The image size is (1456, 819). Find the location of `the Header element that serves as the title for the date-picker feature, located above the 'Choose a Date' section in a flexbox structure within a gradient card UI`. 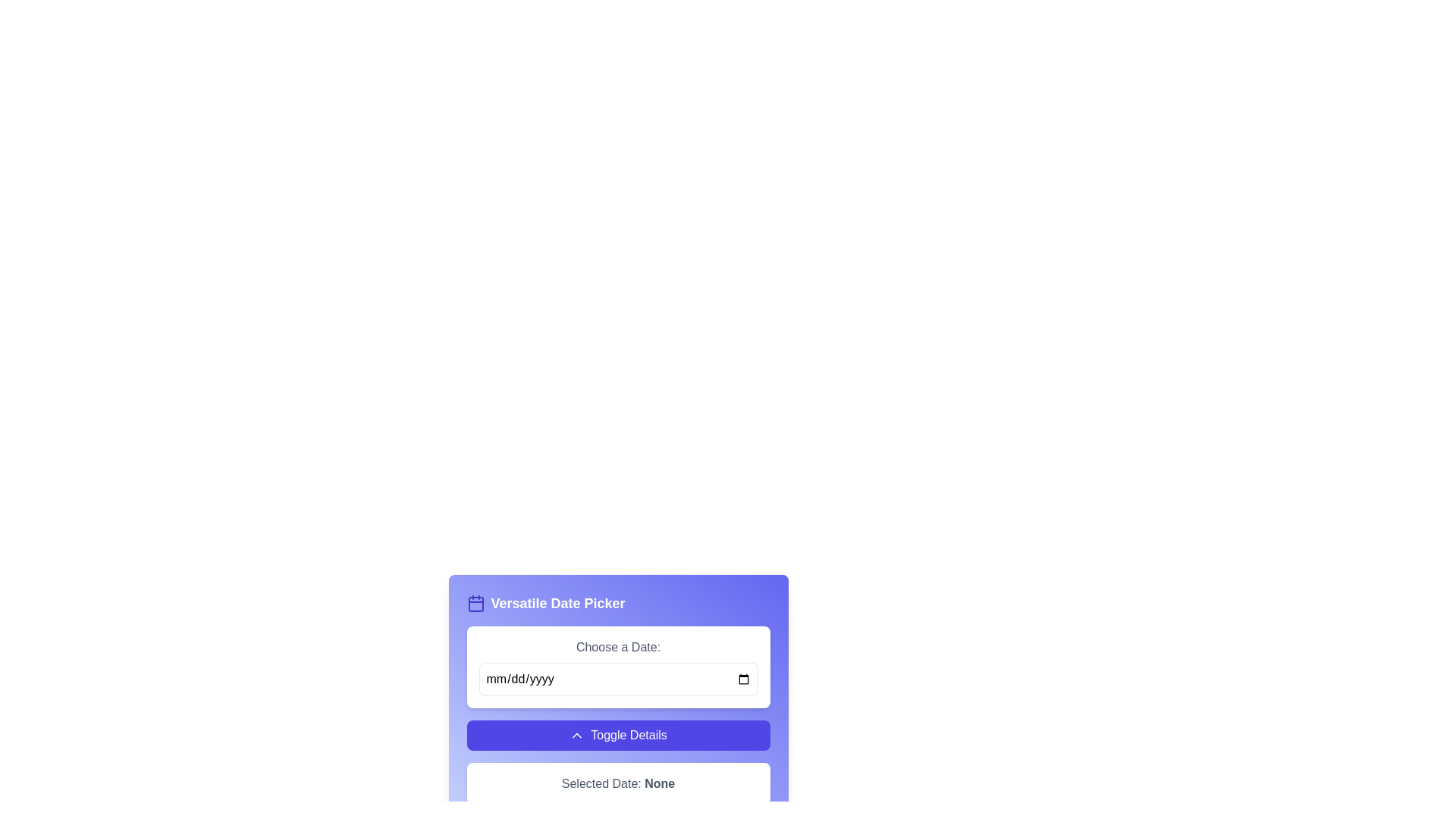

the Header element that serves as the title for the date-picker feature, located above the 'Choose a Date' section in a flexbox structure within a gradient card UI is located at coordinates (618, 602).